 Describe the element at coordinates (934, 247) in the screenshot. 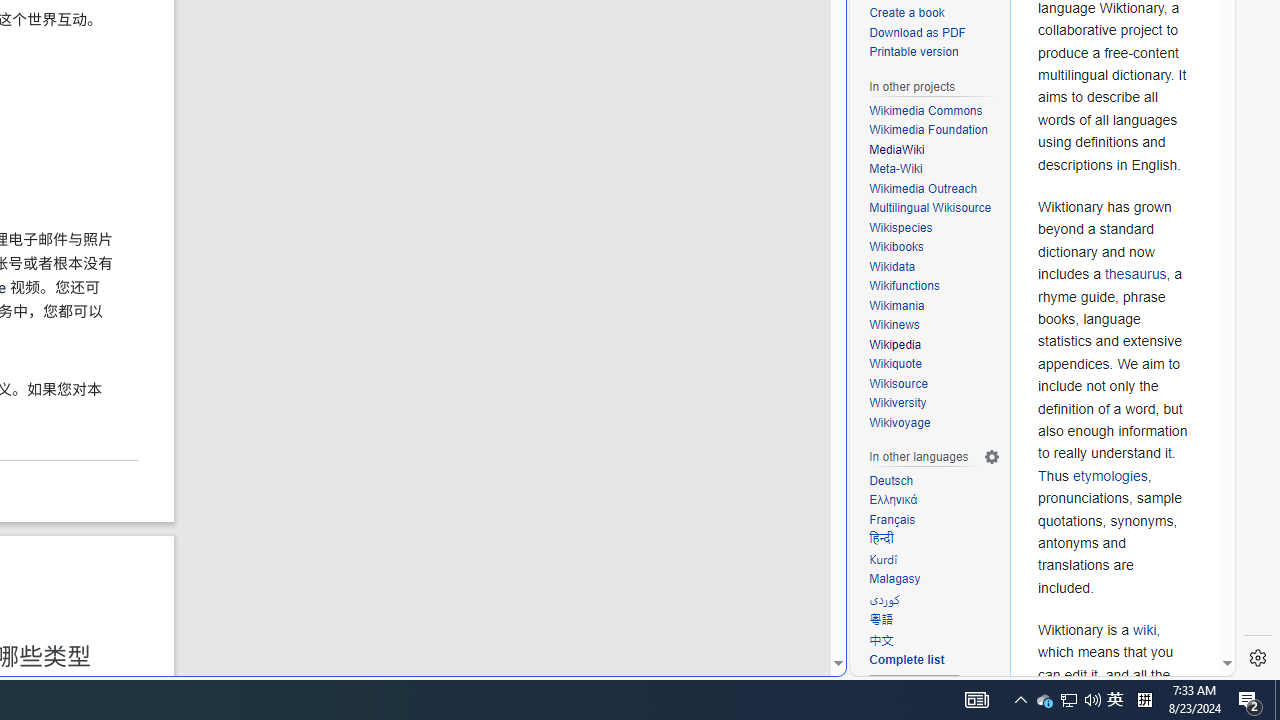

I see `'Wikibooks'` at that location.